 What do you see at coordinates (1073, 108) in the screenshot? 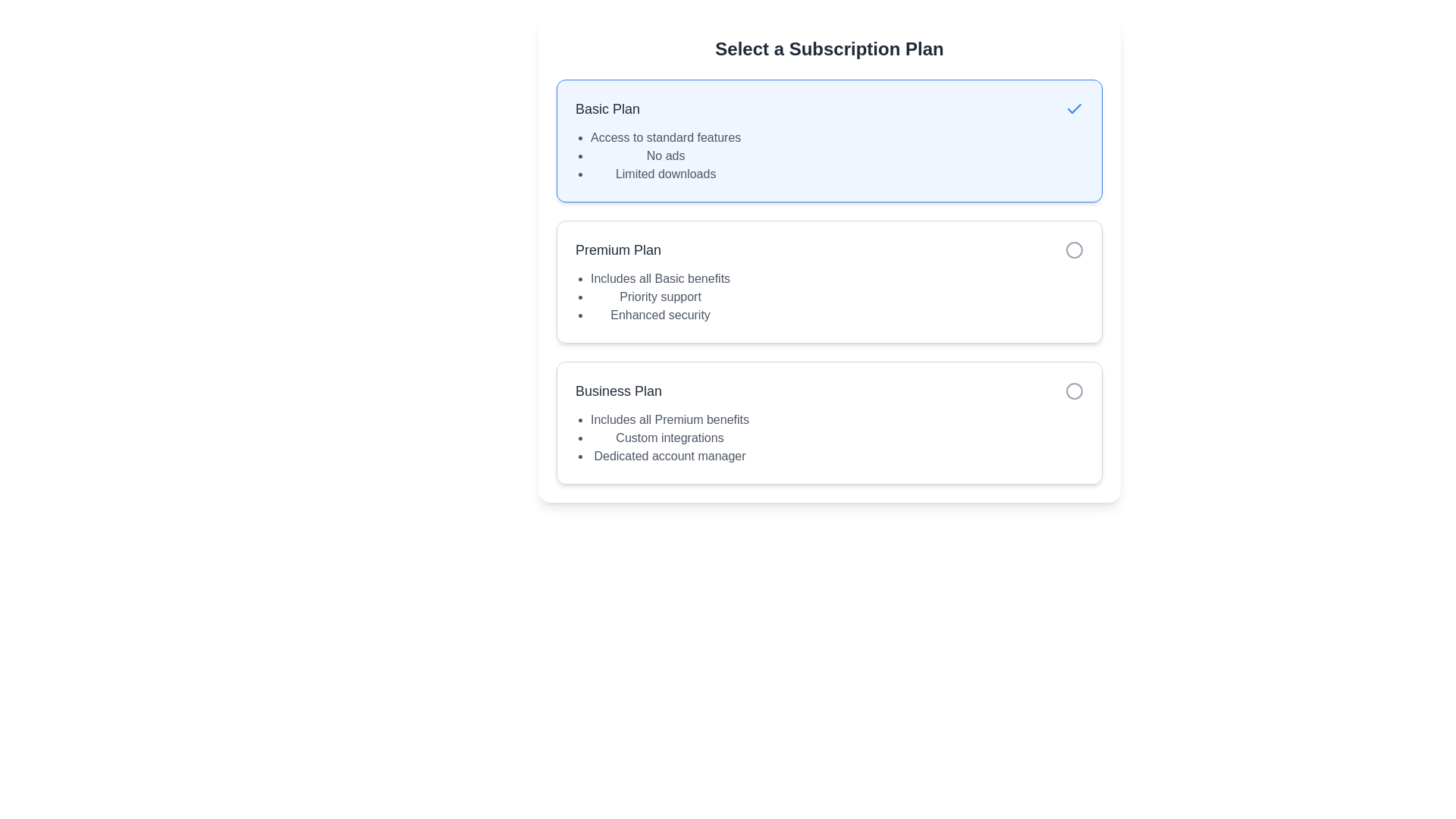
I see `the blue checkmark icon located in the upper-right region of the 'Basic Plan' card` at bounding box center [1073, 108].